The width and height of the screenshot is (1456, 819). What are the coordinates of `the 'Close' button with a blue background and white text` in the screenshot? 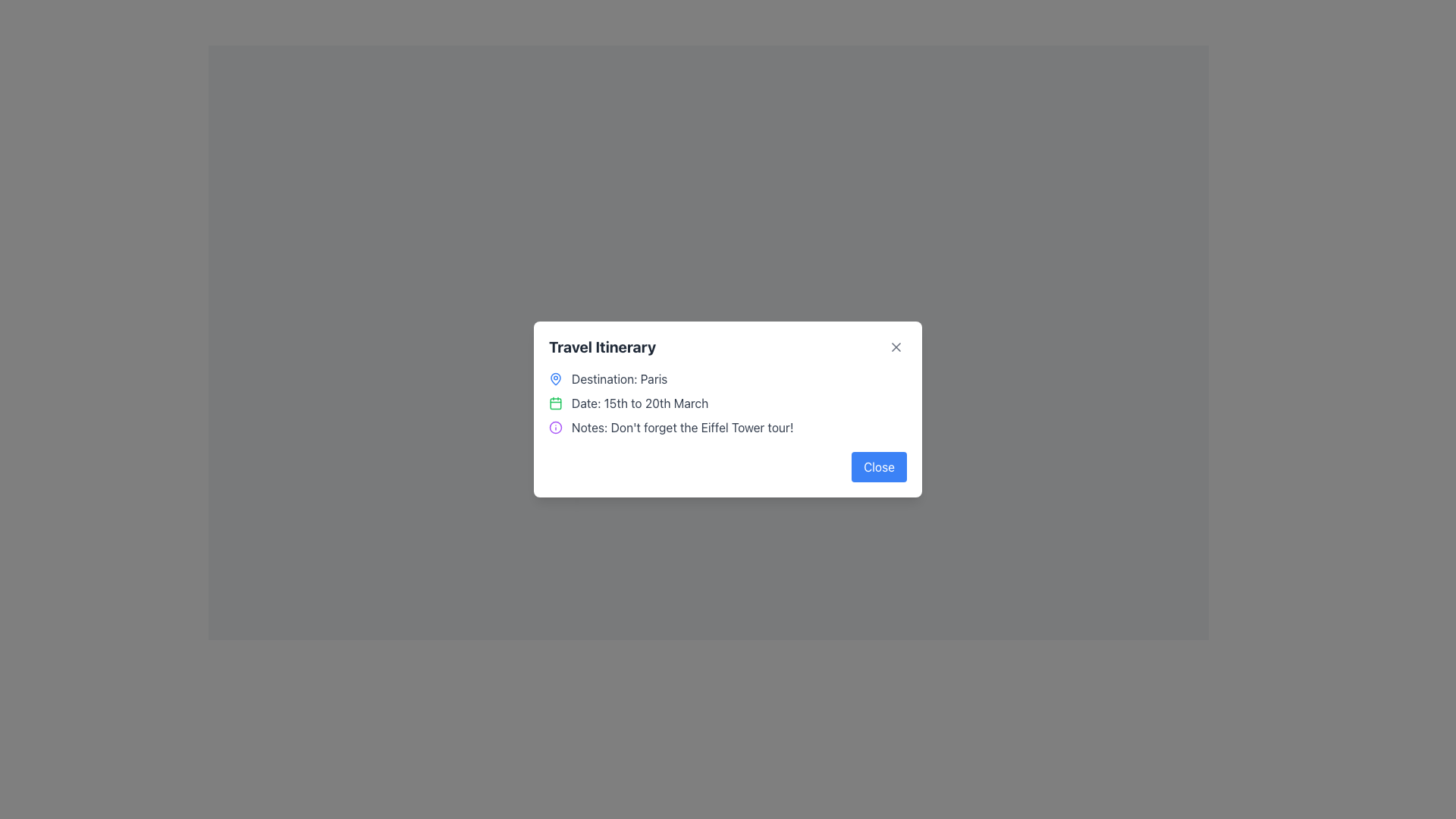 It's located at (879, 466).